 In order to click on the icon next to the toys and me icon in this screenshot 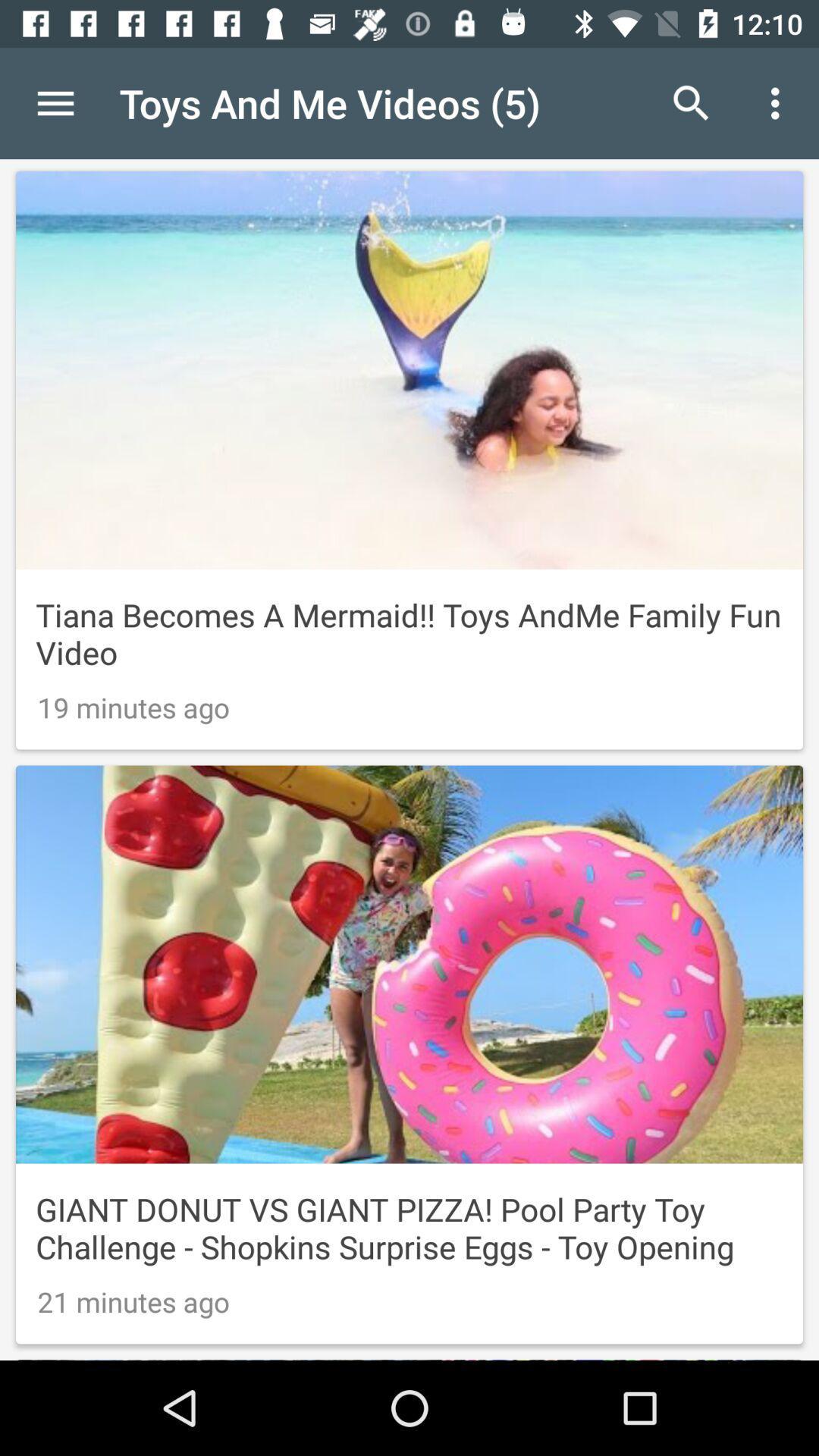, I will do `click(55, 102)`.